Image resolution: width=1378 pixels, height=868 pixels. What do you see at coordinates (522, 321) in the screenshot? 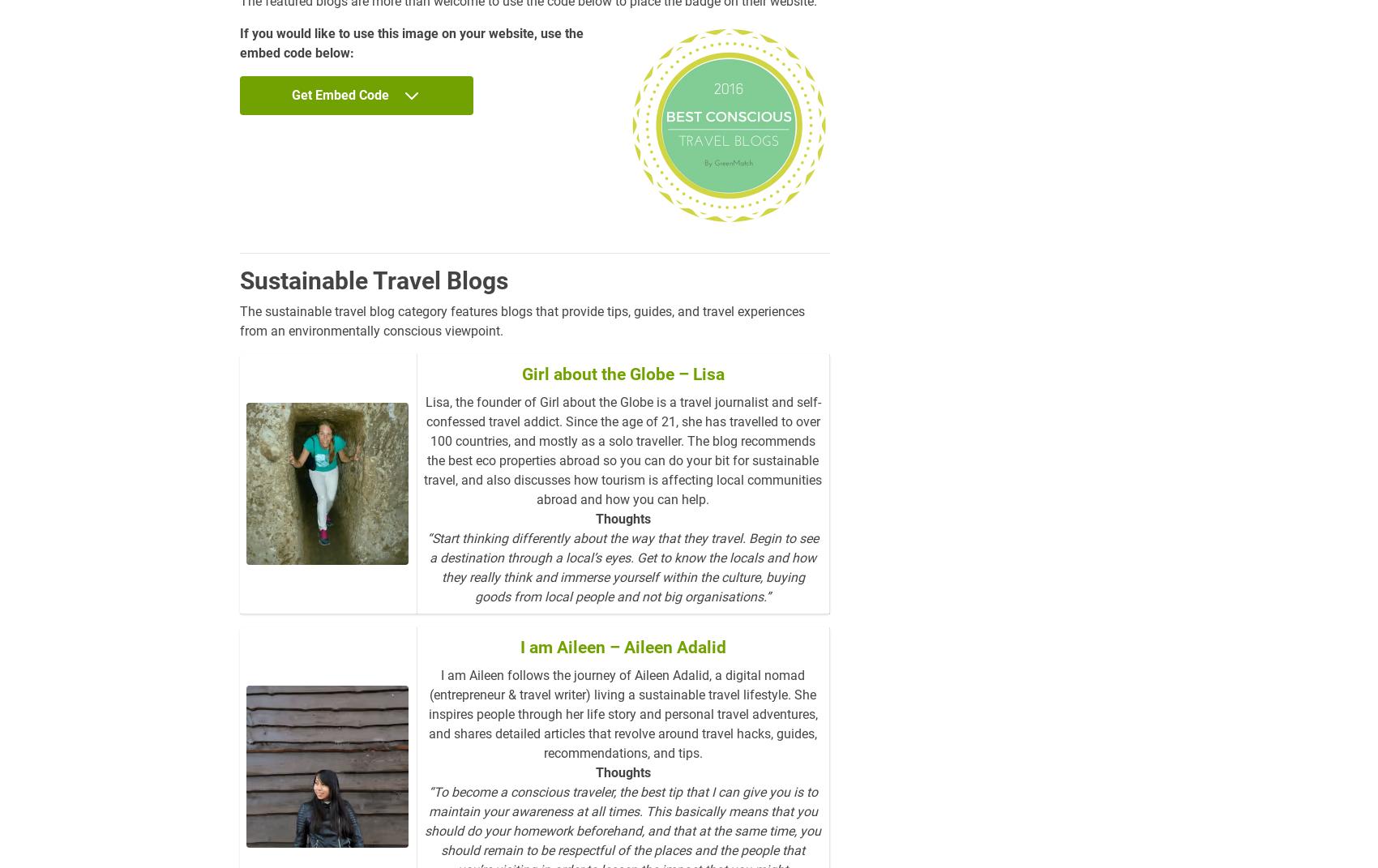
I see `'The sustainable travel blog category features blogs that provide tips, guides, and travel experiences from an environmentally conscious viewpoint.'` at bounding box center [522, 321].